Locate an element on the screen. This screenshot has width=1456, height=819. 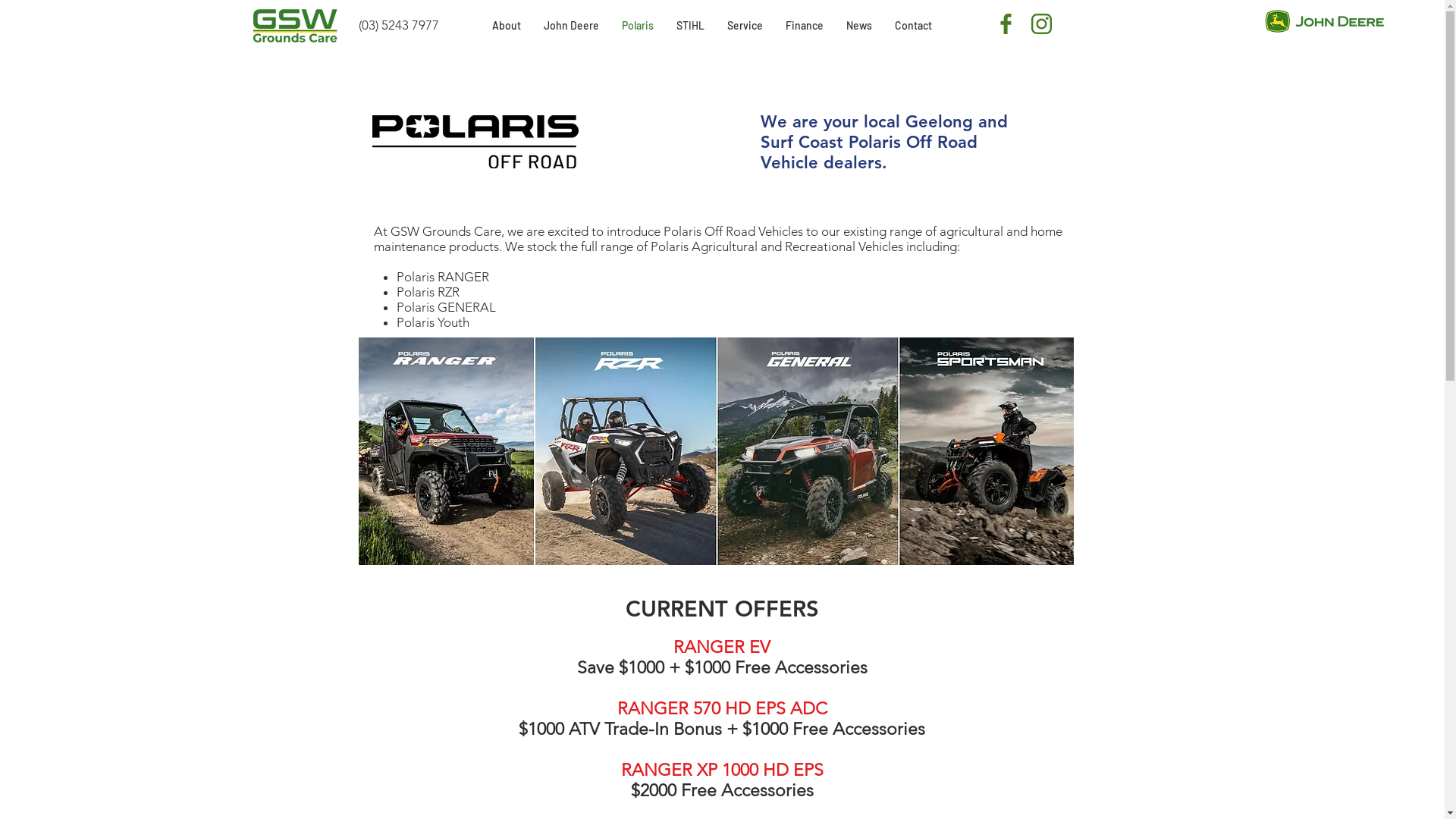
'GSW Grounds Care logo -03 v2.png' is located at coordinates (251, 26).